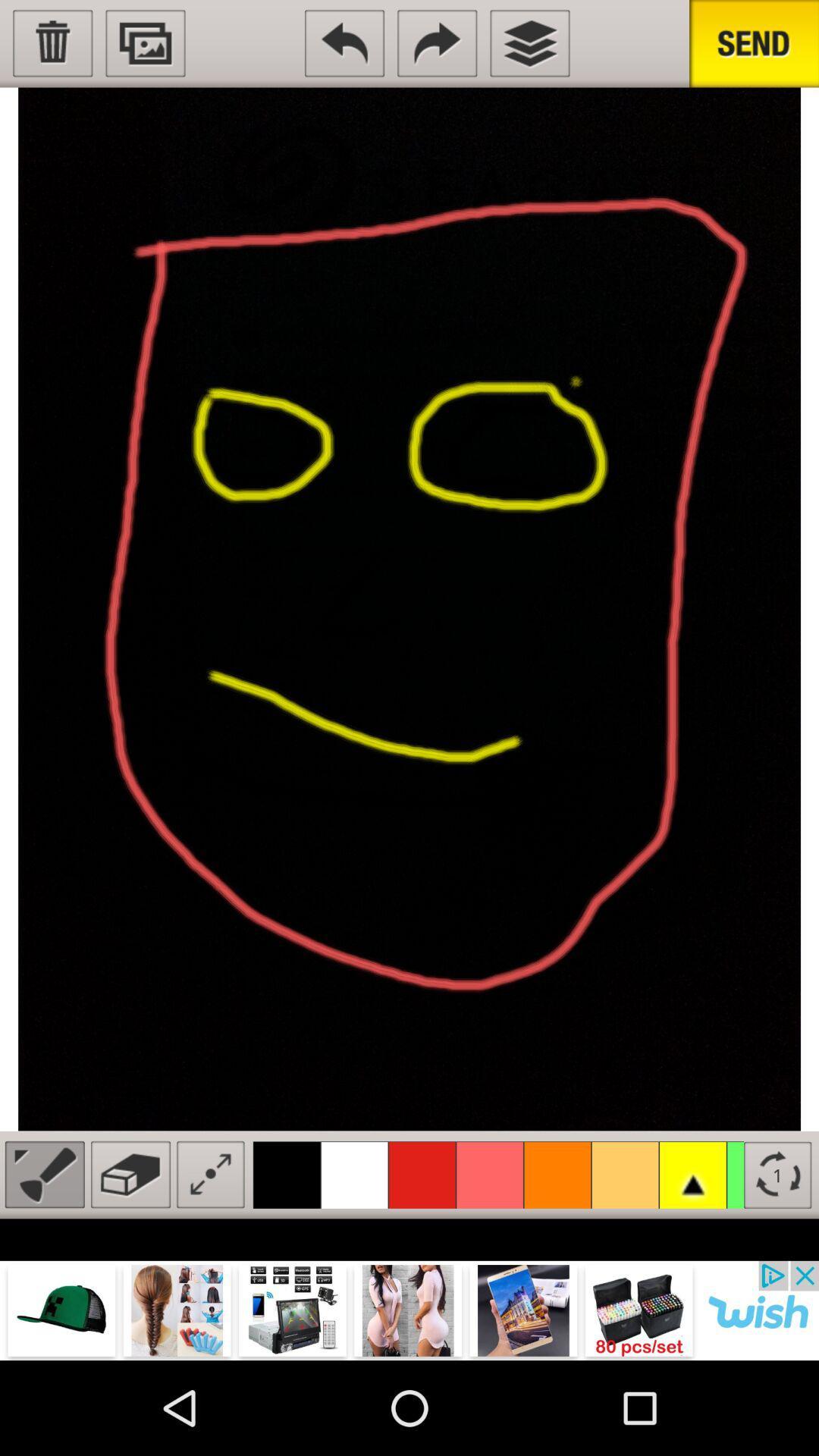 The image size is (819, 1456). What do you see at coordinates (344, 43) in the screenshot?
I see `the undo icon` at bounding box center [344, 43].